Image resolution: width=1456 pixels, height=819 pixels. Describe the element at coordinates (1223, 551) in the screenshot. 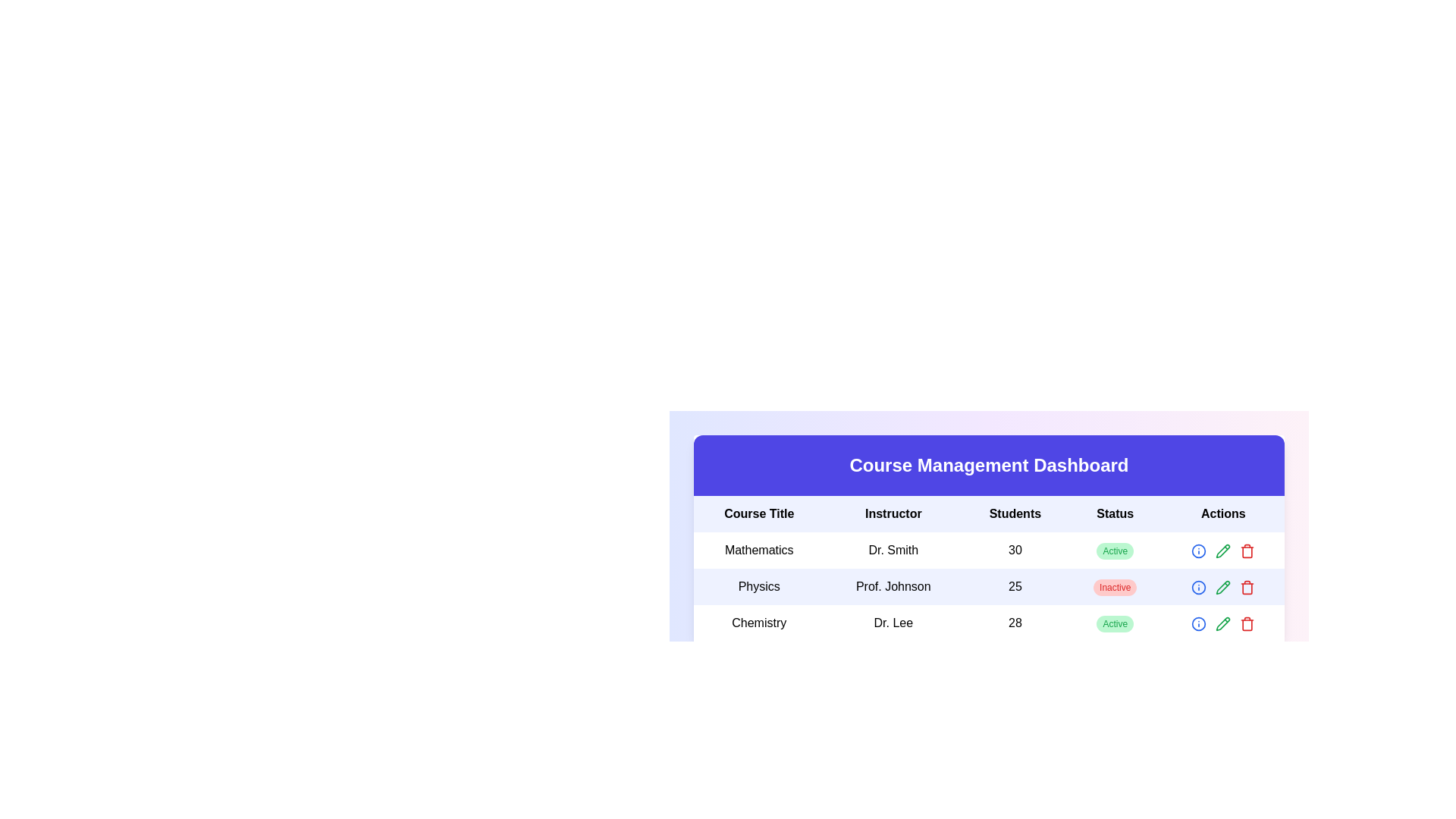

I see `the edit icon in the 'Actions' column for the 'Physics' course to initiate the edit action` at that location.